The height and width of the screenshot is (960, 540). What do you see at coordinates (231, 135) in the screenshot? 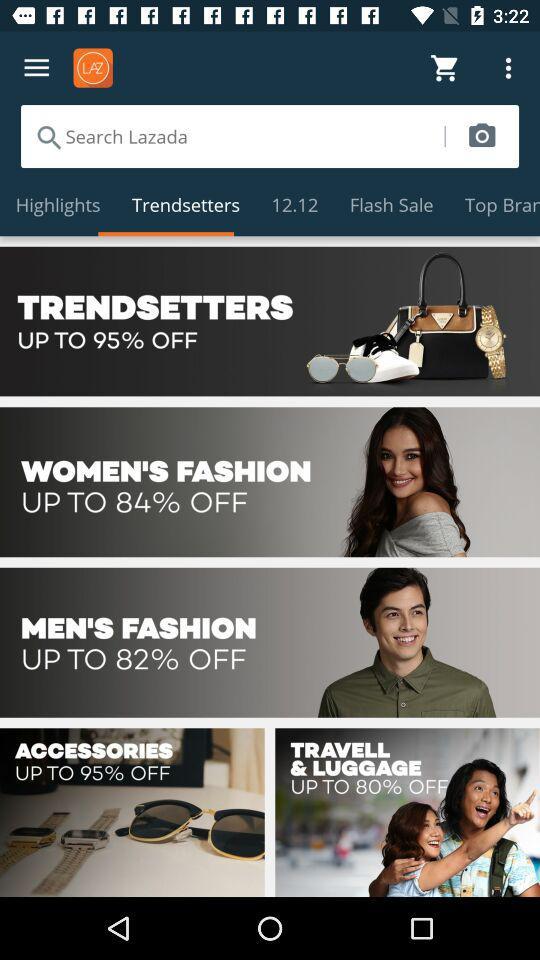
I see `input a search string` at bounding box center [231, 135].